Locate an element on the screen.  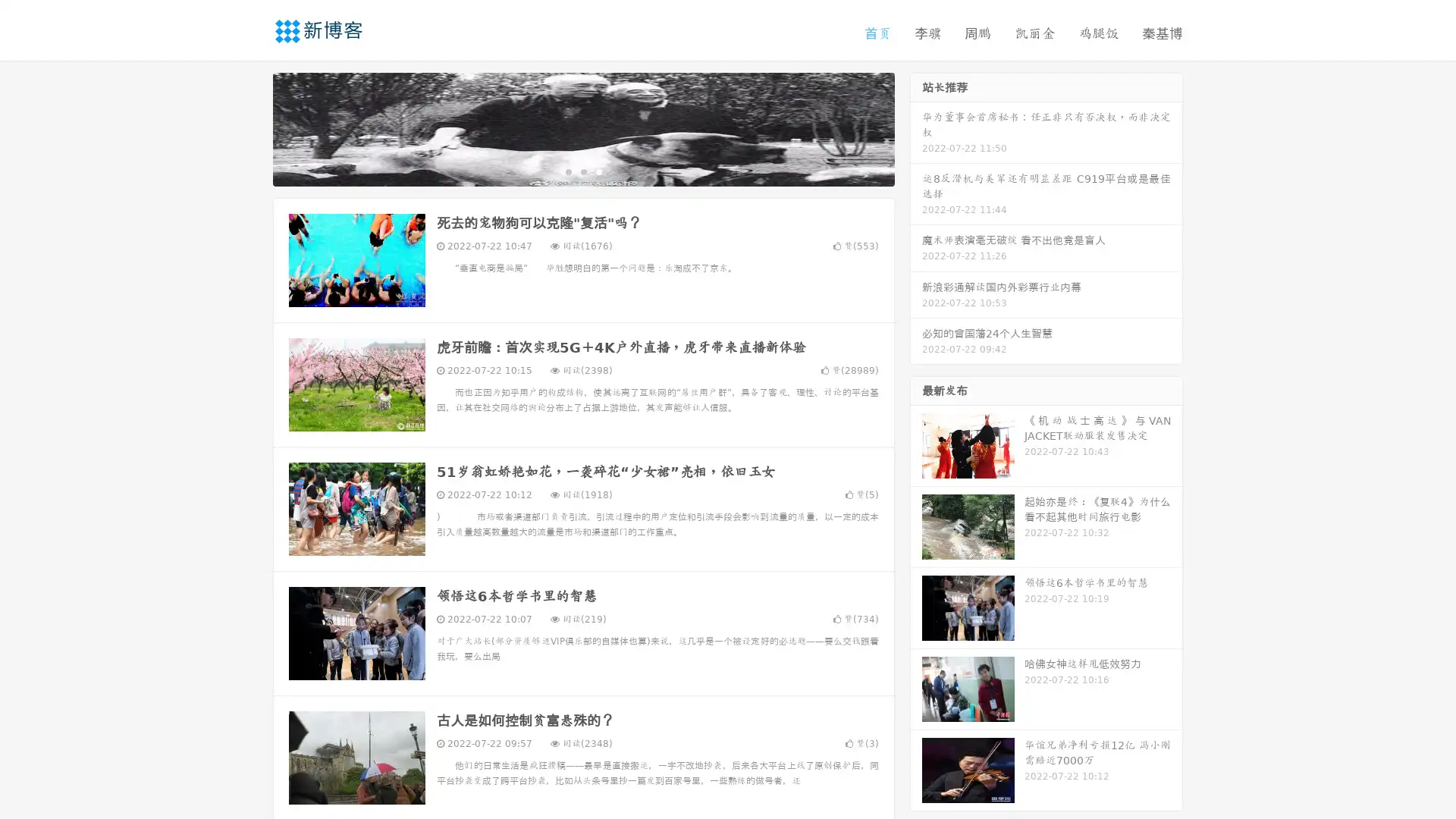
Go to slide 1 is located at coordinates (567, 171).